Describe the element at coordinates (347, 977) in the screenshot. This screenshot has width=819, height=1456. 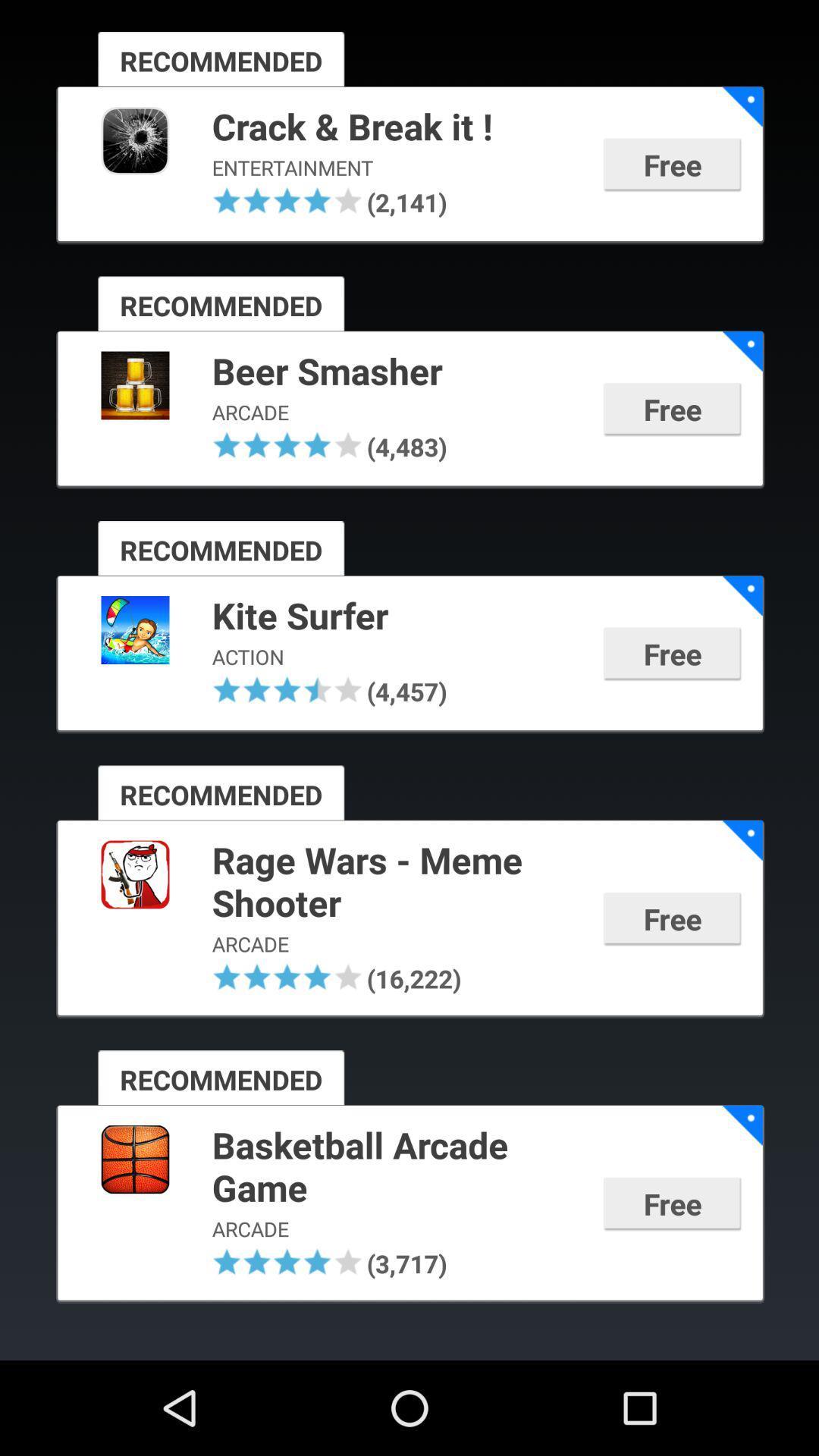
I see `app to the left of (16,222)` at that location.